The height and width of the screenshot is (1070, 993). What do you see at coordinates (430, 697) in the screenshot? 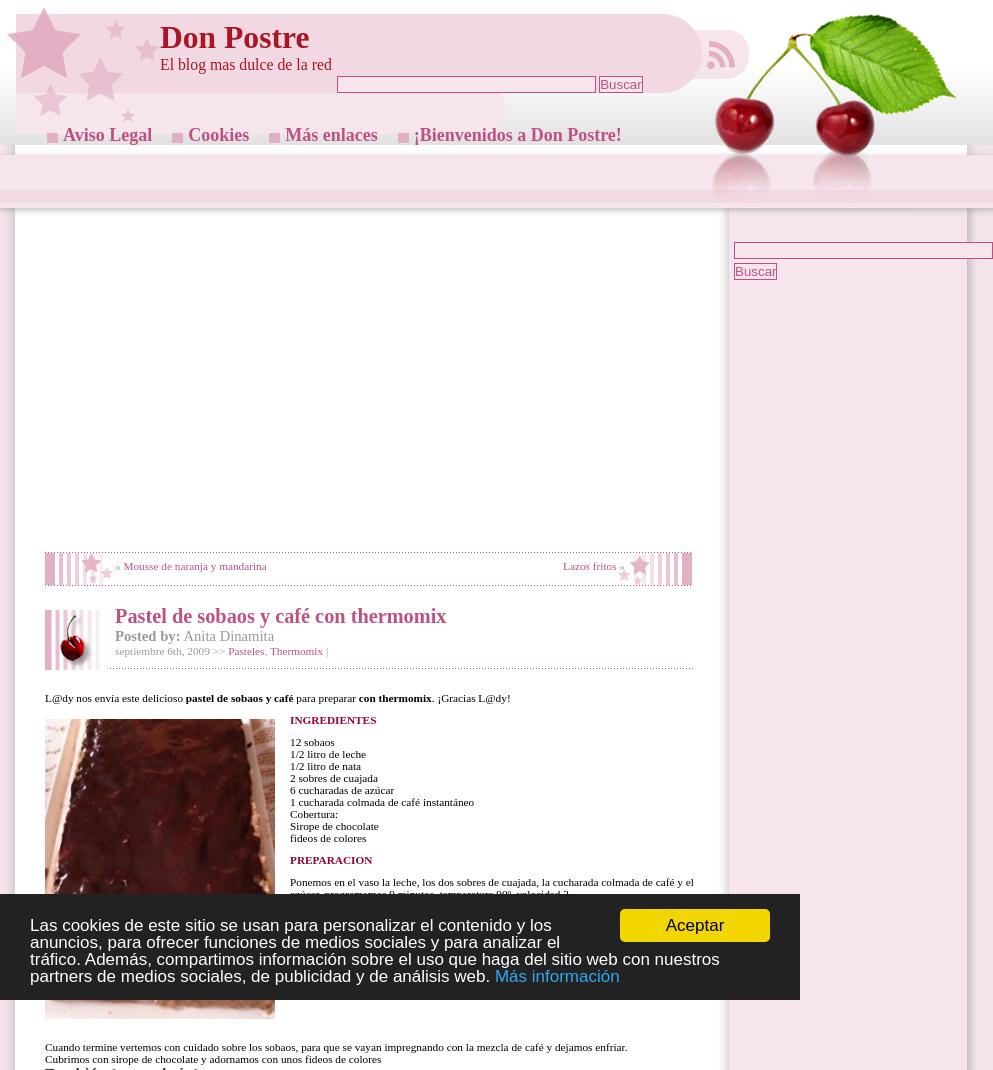
I see `'. ¡Gracias L@dy!'` at bounding box center [430, 697].